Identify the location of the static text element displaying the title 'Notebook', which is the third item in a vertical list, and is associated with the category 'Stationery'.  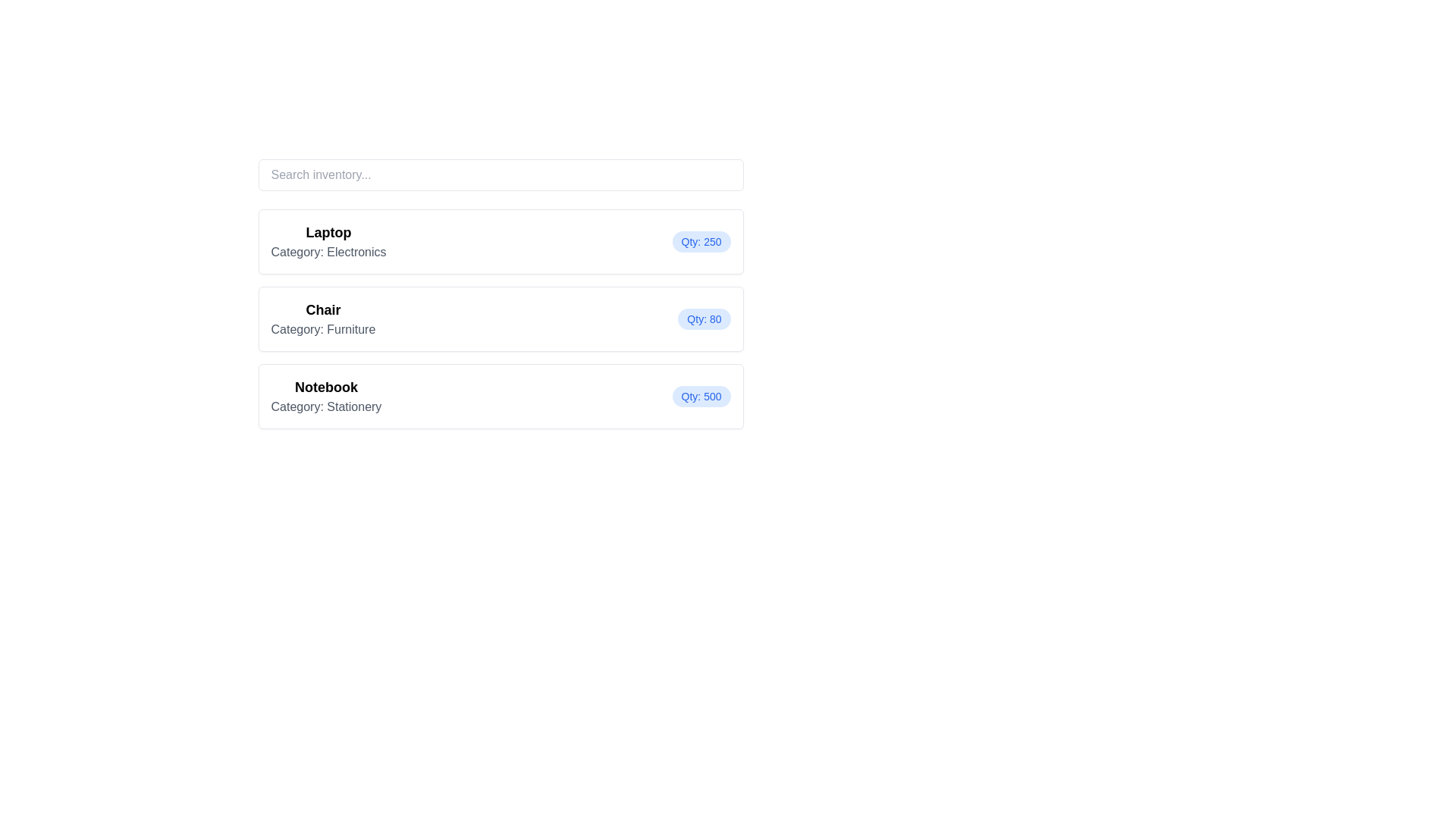
(325, 386).